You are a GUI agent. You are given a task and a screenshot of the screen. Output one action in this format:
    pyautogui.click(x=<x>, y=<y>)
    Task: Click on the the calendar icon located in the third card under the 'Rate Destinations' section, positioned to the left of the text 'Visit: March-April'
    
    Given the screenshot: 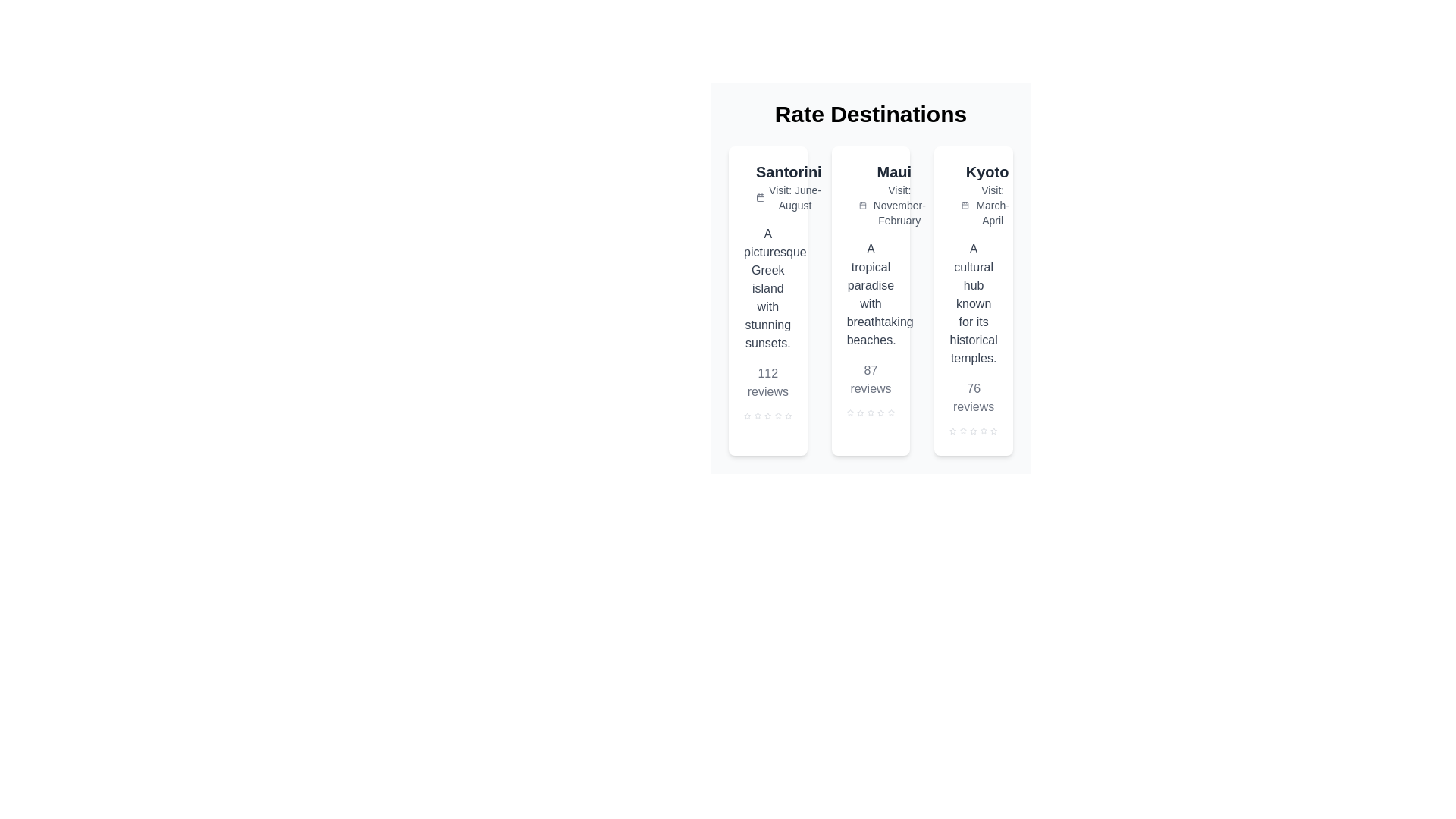 What is the action you would take?
    pyautogui.click(x=965, y=205)
    